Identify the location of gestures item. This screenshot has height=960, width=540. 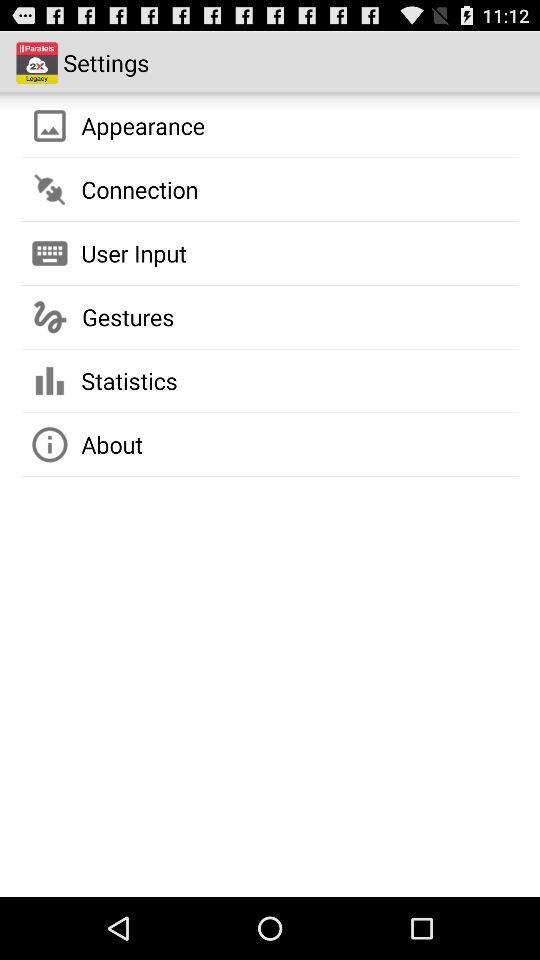
(128, 317).